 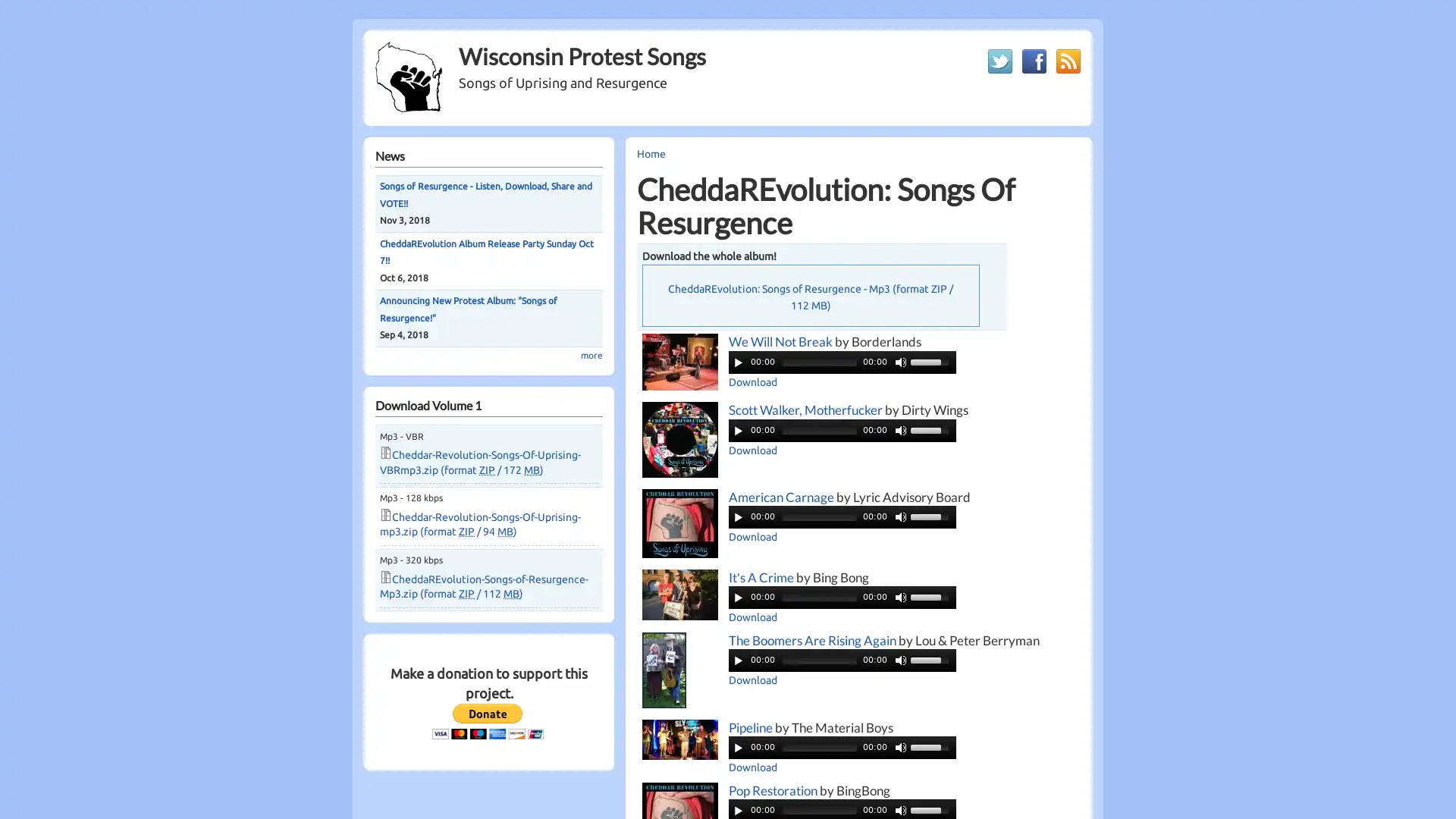 What do you see at coordinates (739, 362) in the screenshot?
I see `Play/Pause` at bounding box center [739, 362].